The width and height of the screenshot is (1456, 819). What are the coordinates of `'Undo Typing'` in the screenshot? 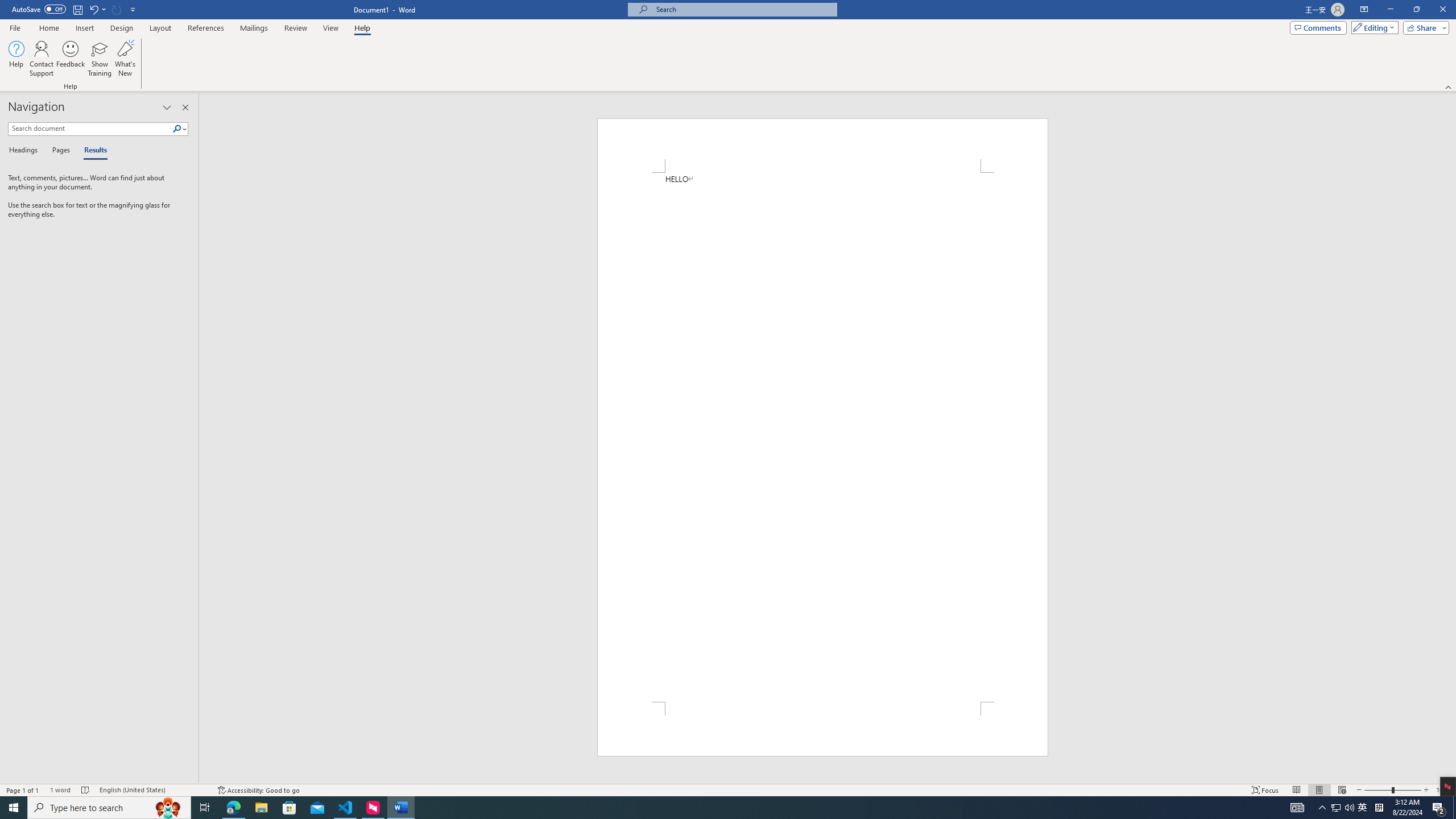 It's located at (97, 9).